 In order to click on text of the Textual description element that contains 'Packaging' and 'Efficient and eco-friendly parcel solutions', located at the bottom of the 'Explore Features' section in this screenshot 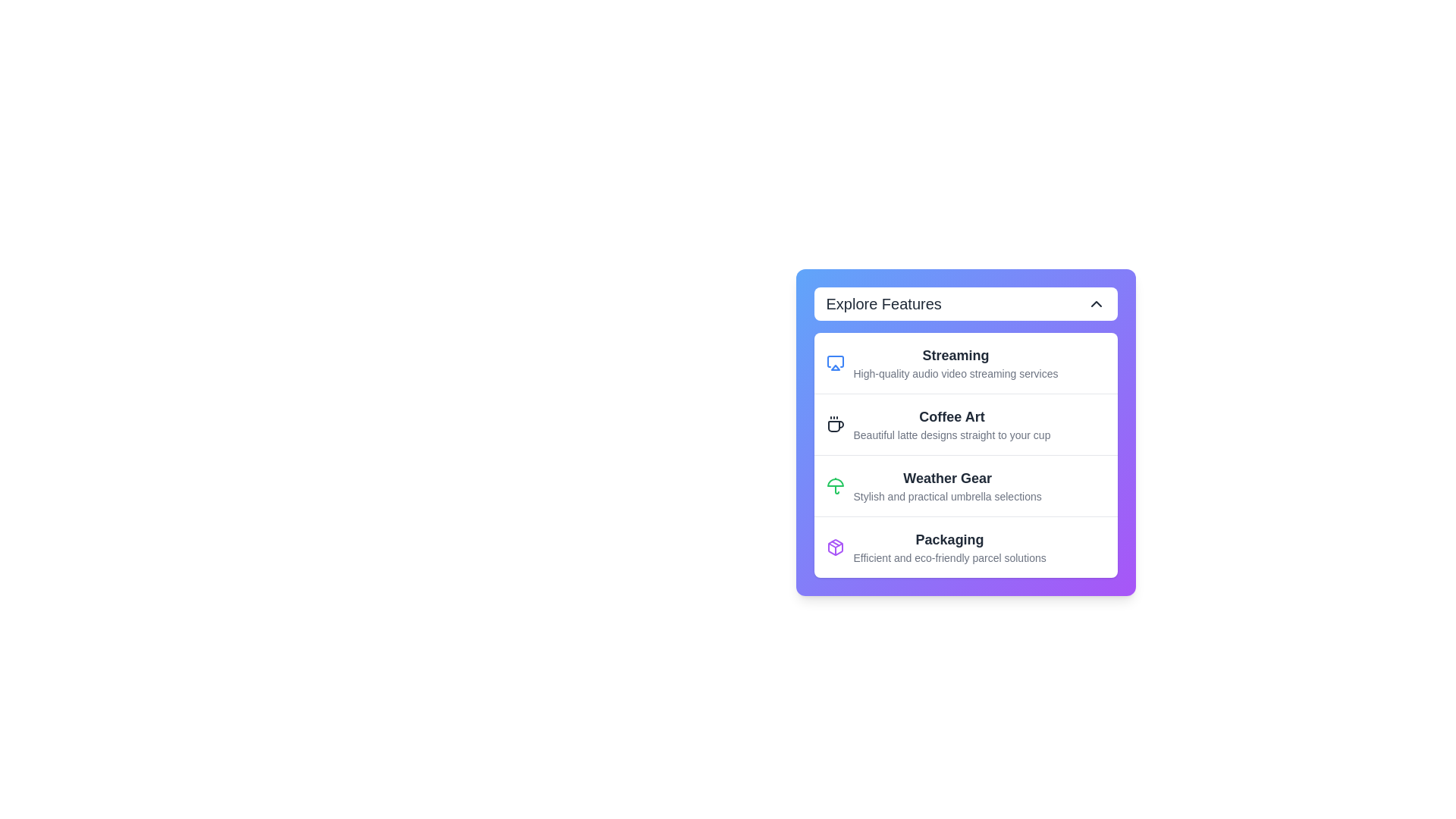, I will do `click(949, 547)`.